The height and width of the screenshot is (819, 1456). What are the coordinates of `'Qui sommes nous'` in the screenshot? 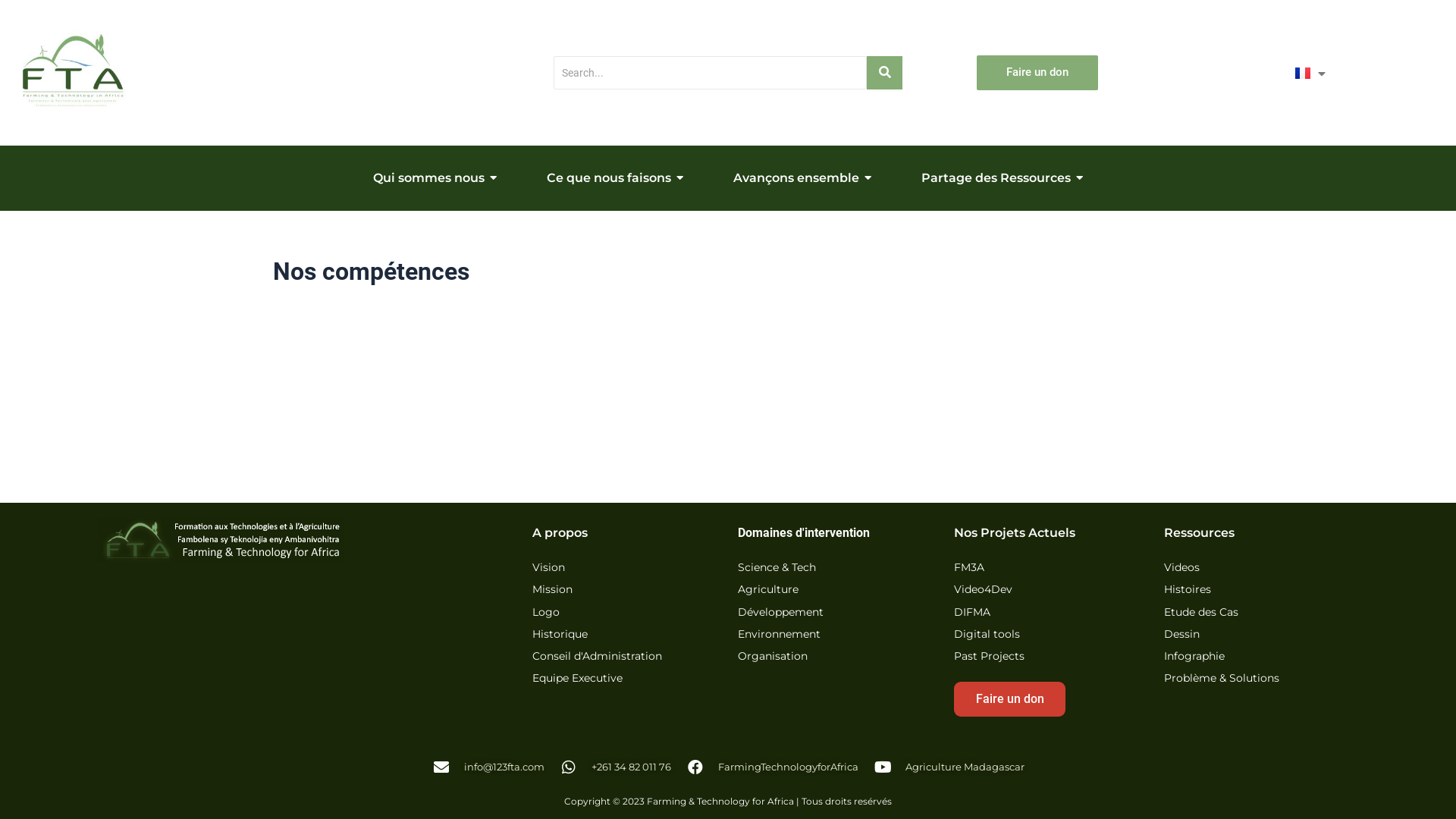 It's located at (355, 177).